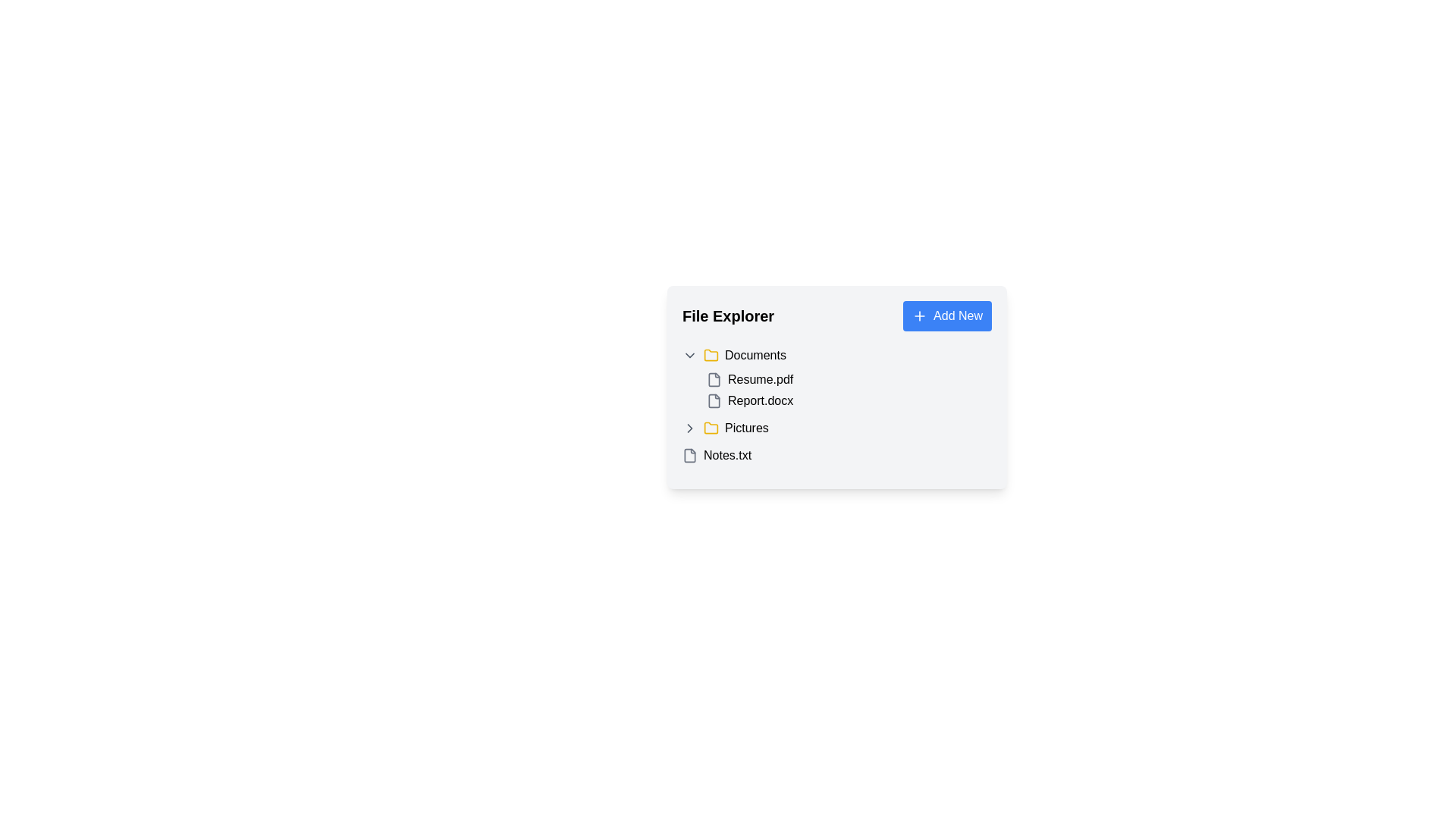  I want to click on the 'Resume.pdf' file icon in the 'File Explorer' section, which visually signifies a file and is the second item listed under the 'Documents' folder, so click(713, 379).